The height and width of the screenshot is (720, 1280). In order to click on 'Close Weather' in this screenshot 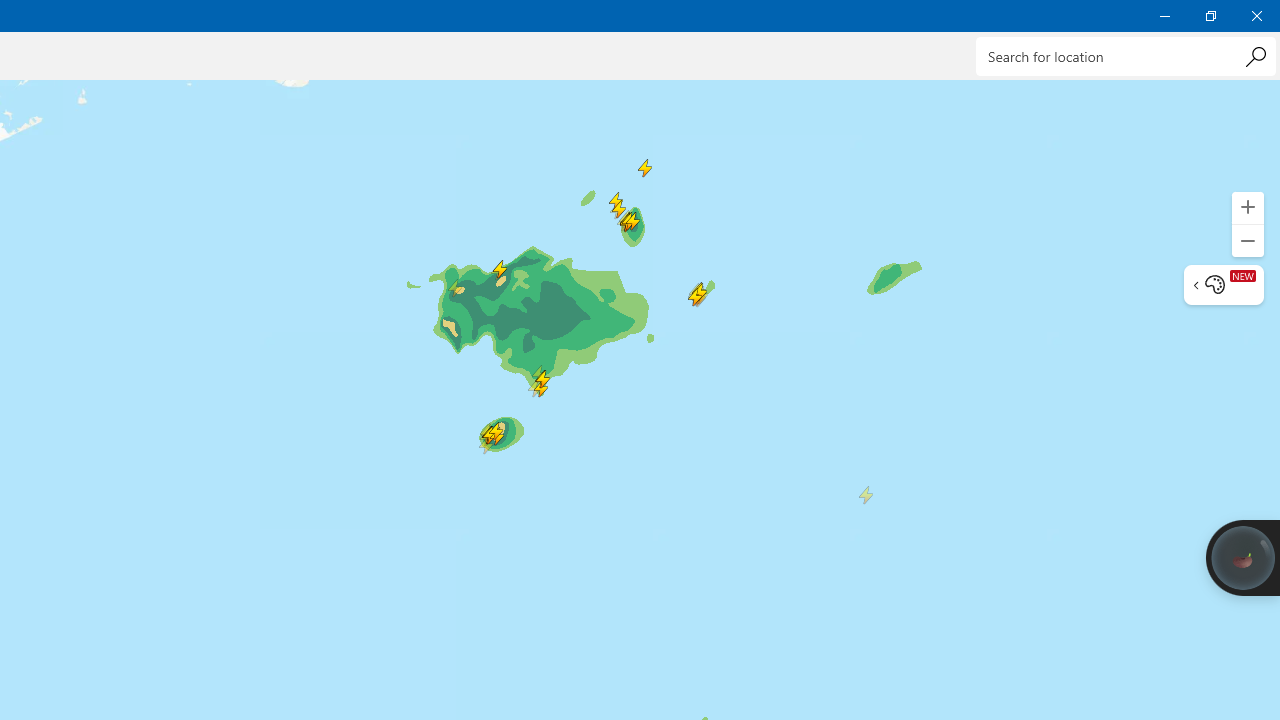, I will do `click(1255, 15)`.